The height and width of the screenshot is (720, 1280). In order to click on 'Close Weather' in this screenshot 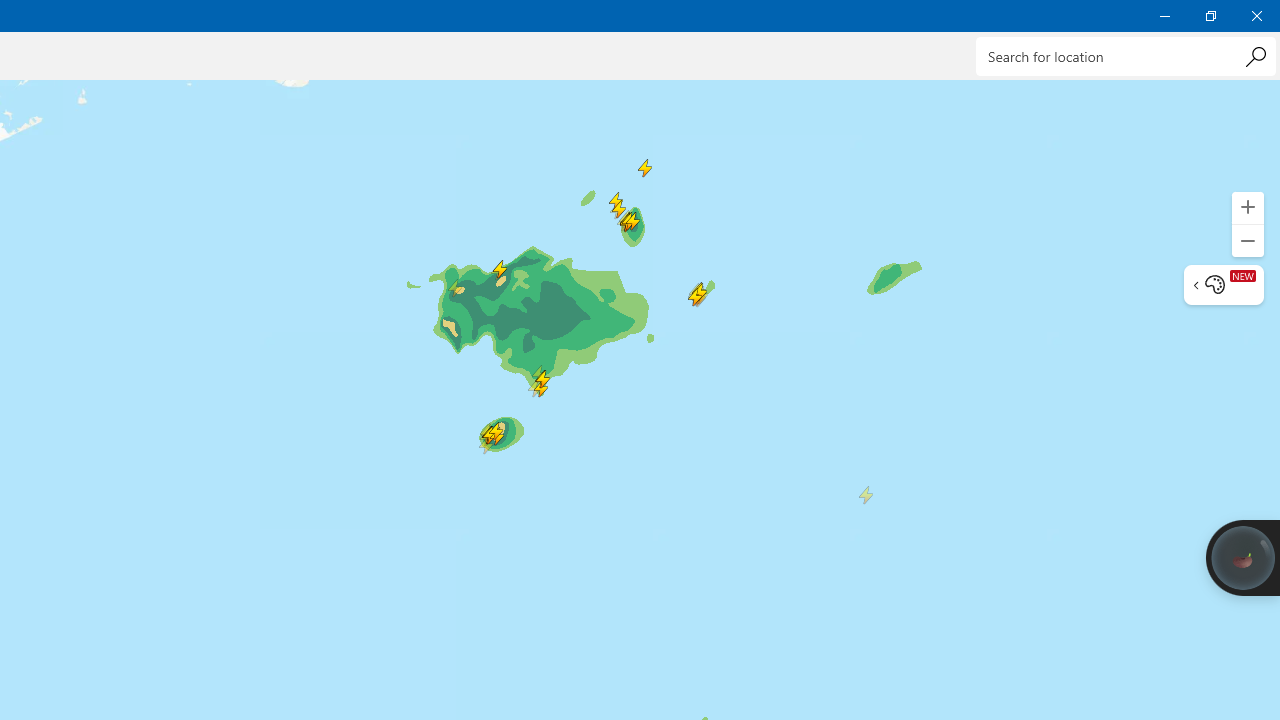, I will do `click(1255, 15)`.